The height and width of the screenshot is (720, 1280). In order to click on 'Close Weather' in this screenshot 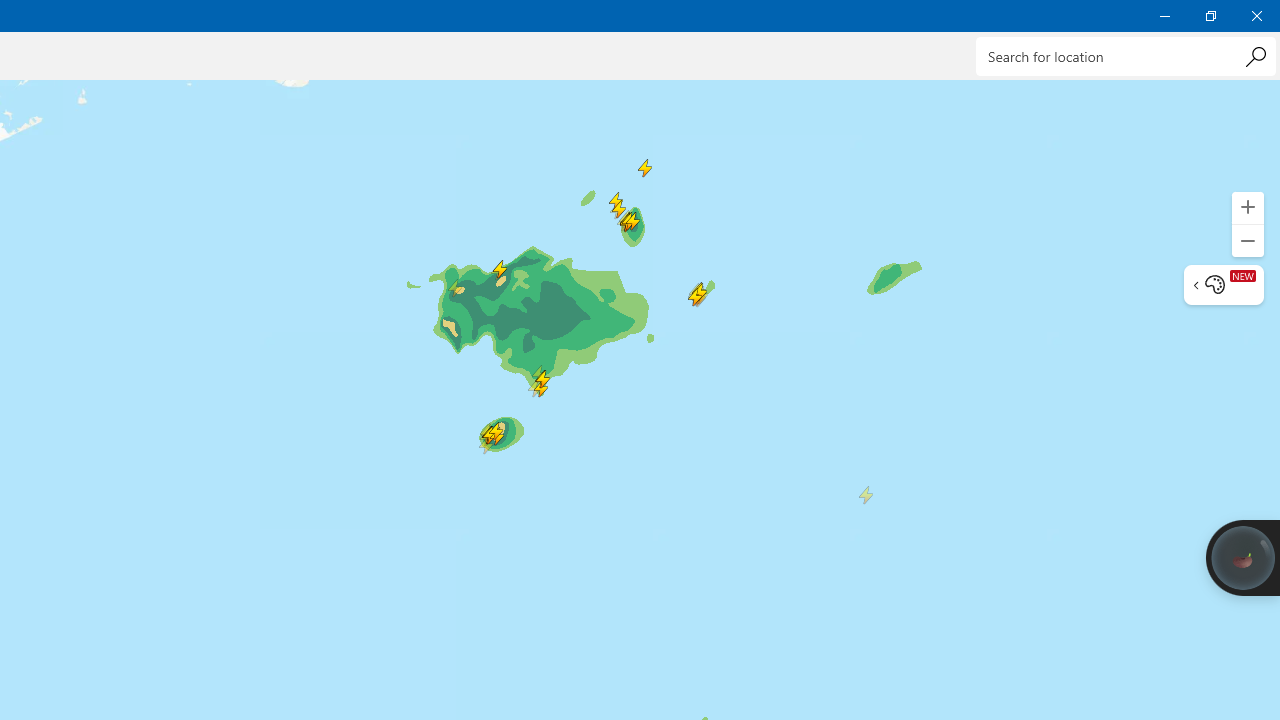, I will do `click(1255, 15)`.